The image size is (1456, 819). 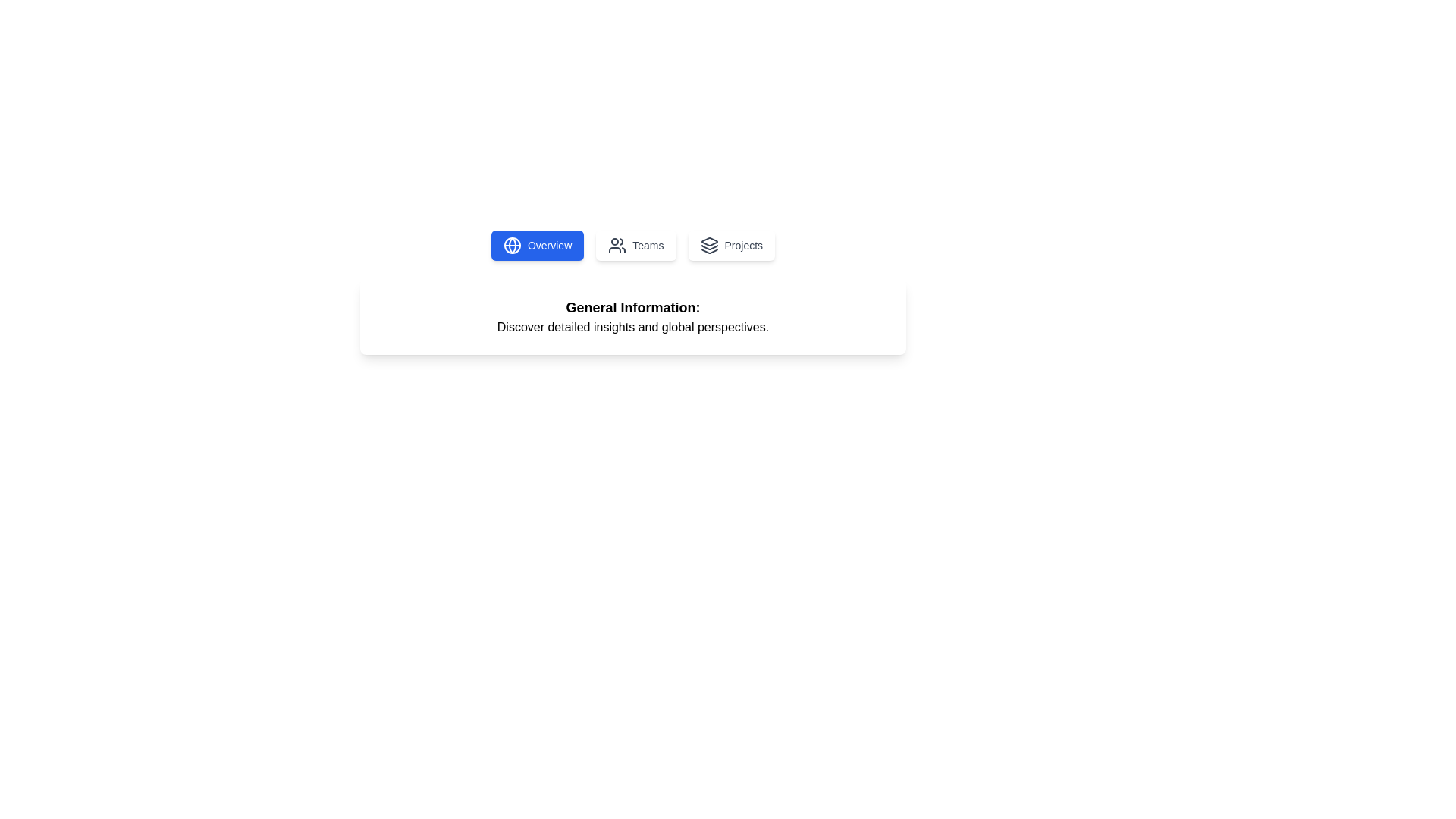 What do you see at coordinates (648, 245) in the screenshot?
I see `the 'Teams' label for accessibility navigation by moving the cursor to its position` at bounding box center [648, 245].